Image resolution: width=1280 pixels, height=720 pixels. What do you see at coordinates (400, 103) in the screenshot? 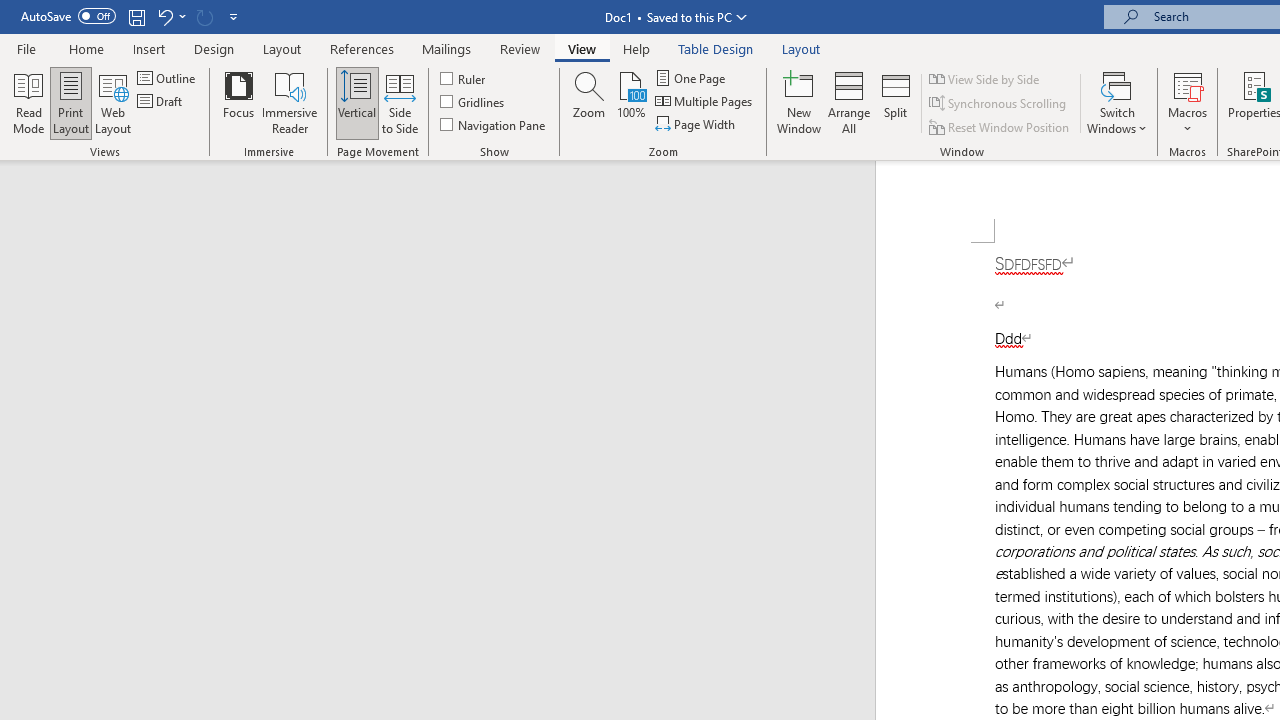
I see `'Side to Side'` at bounding box center [400, 103].